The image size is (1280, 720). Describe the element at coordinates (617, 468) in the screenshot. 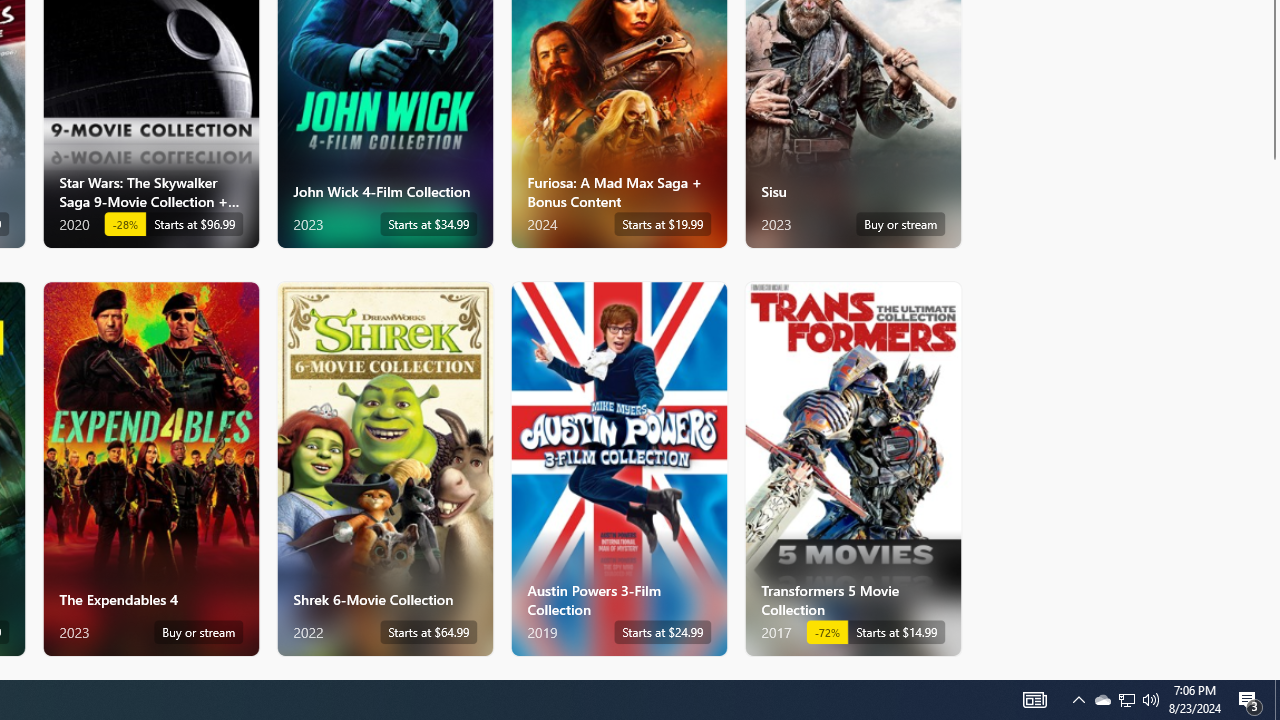

I see `'Austin Powers 3-Film Collection. Starts at $24.99  '` at that location.